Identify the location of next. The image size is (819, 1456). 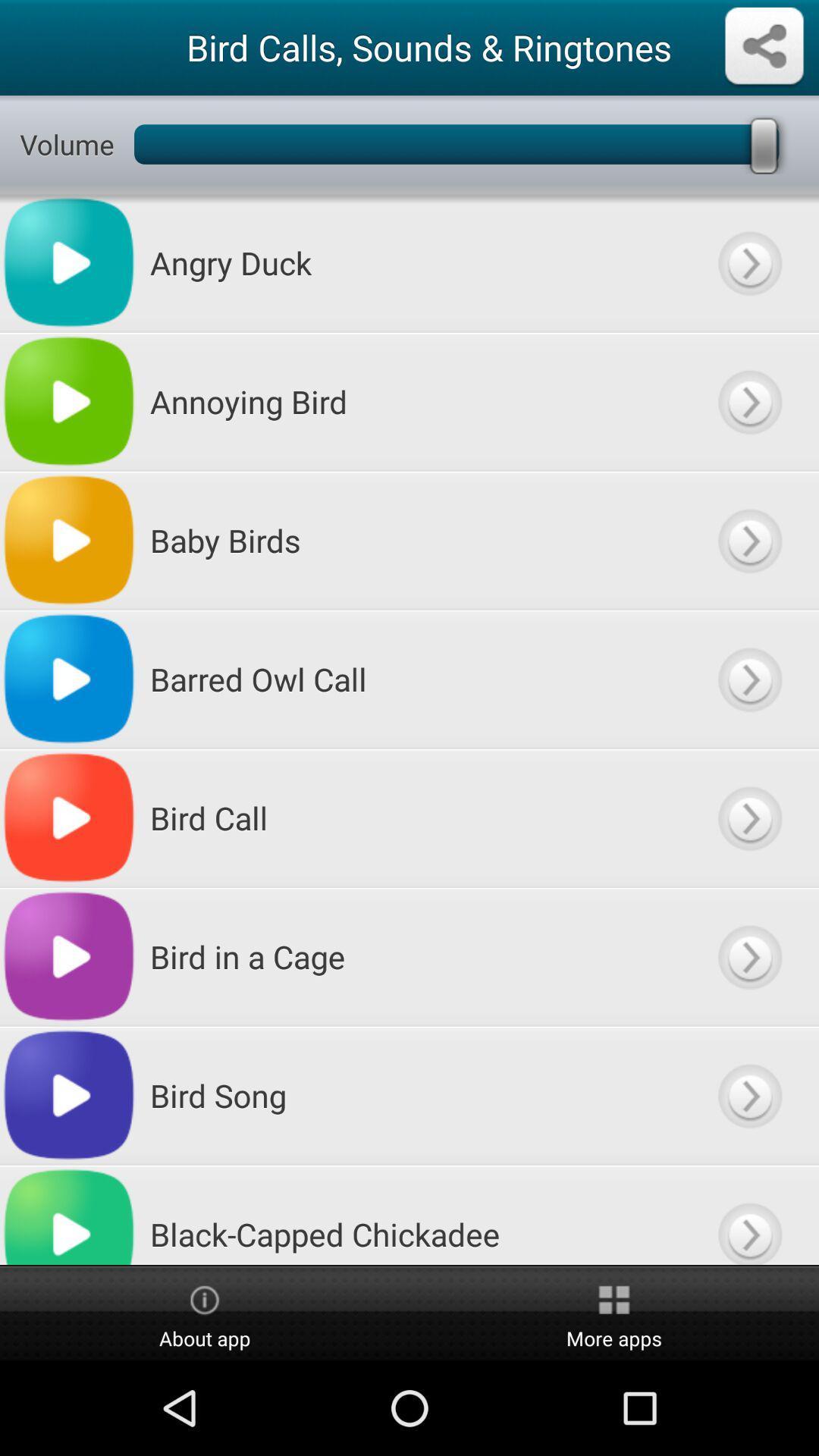
(748, 262).